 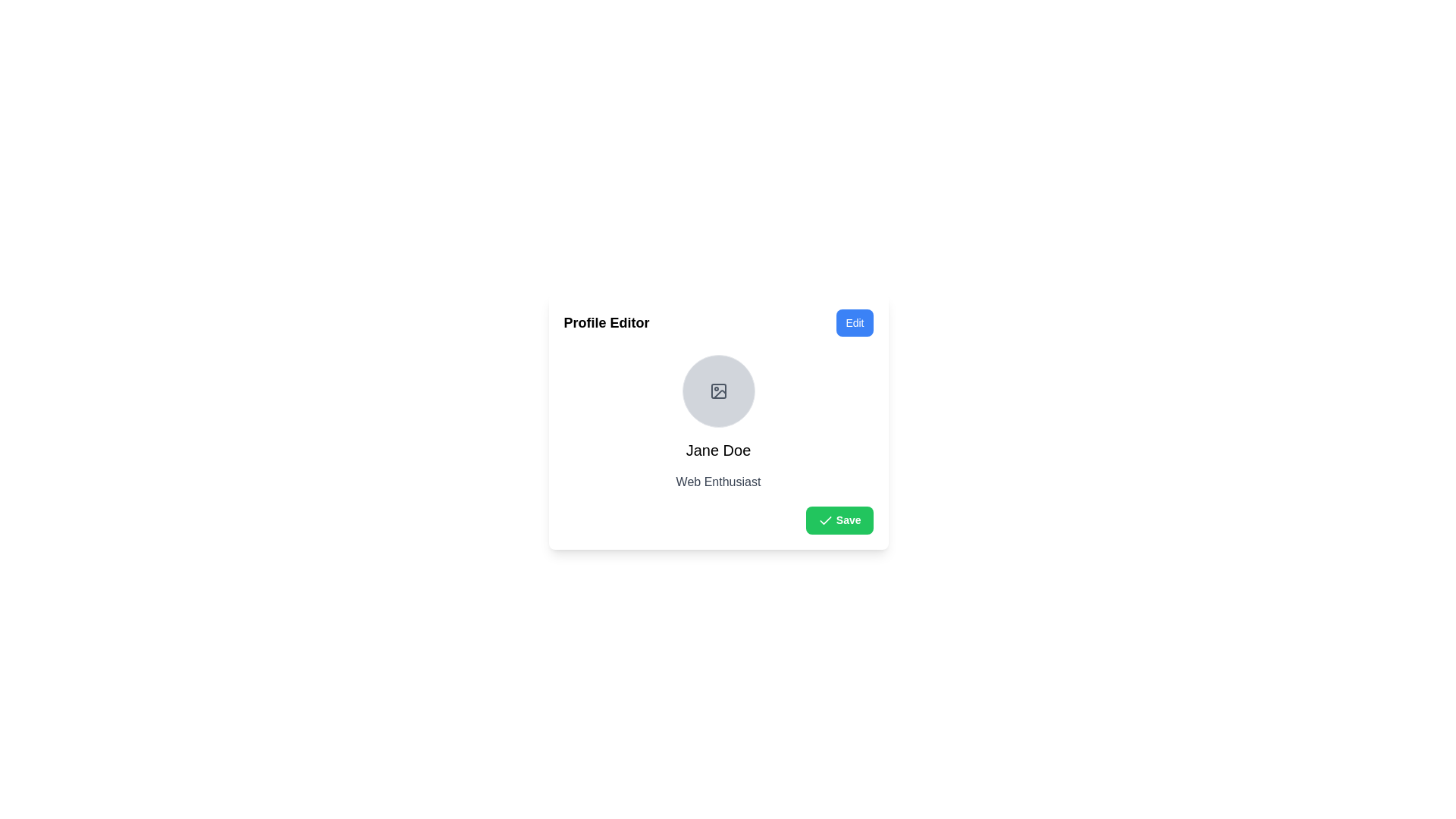 What do you see at coordinates (717, 450) in the screenshot?
I see `the bold text label 'Jane Doe' located centrally under the circular placeholder image` at bounding box center [717, 450].